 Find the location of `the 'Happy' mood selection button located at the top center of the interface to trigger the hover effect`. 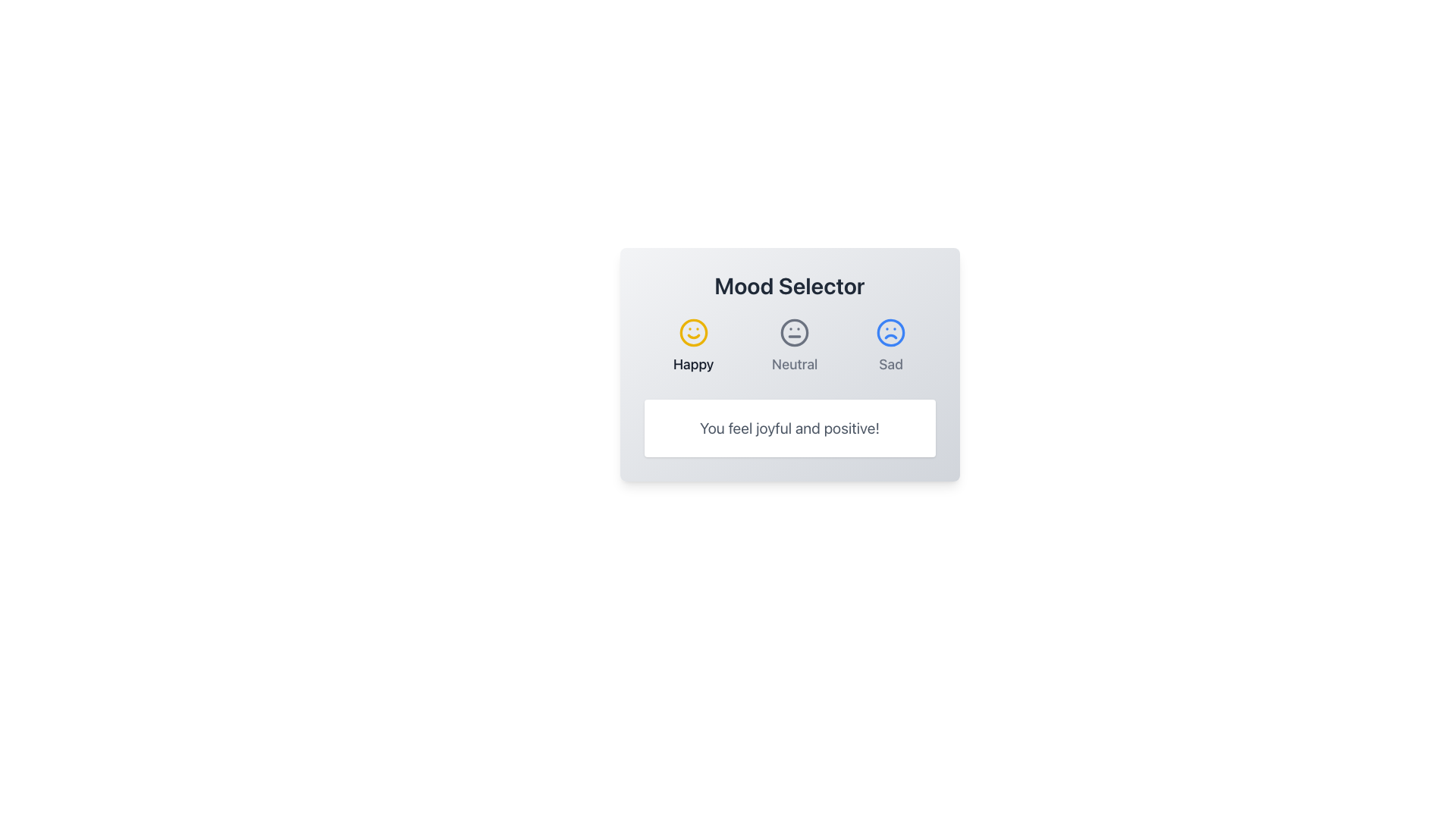

the 'Happy' mood selection button located at the top center of the interface to trigger the hover effect is located at coordinates (692, 346).